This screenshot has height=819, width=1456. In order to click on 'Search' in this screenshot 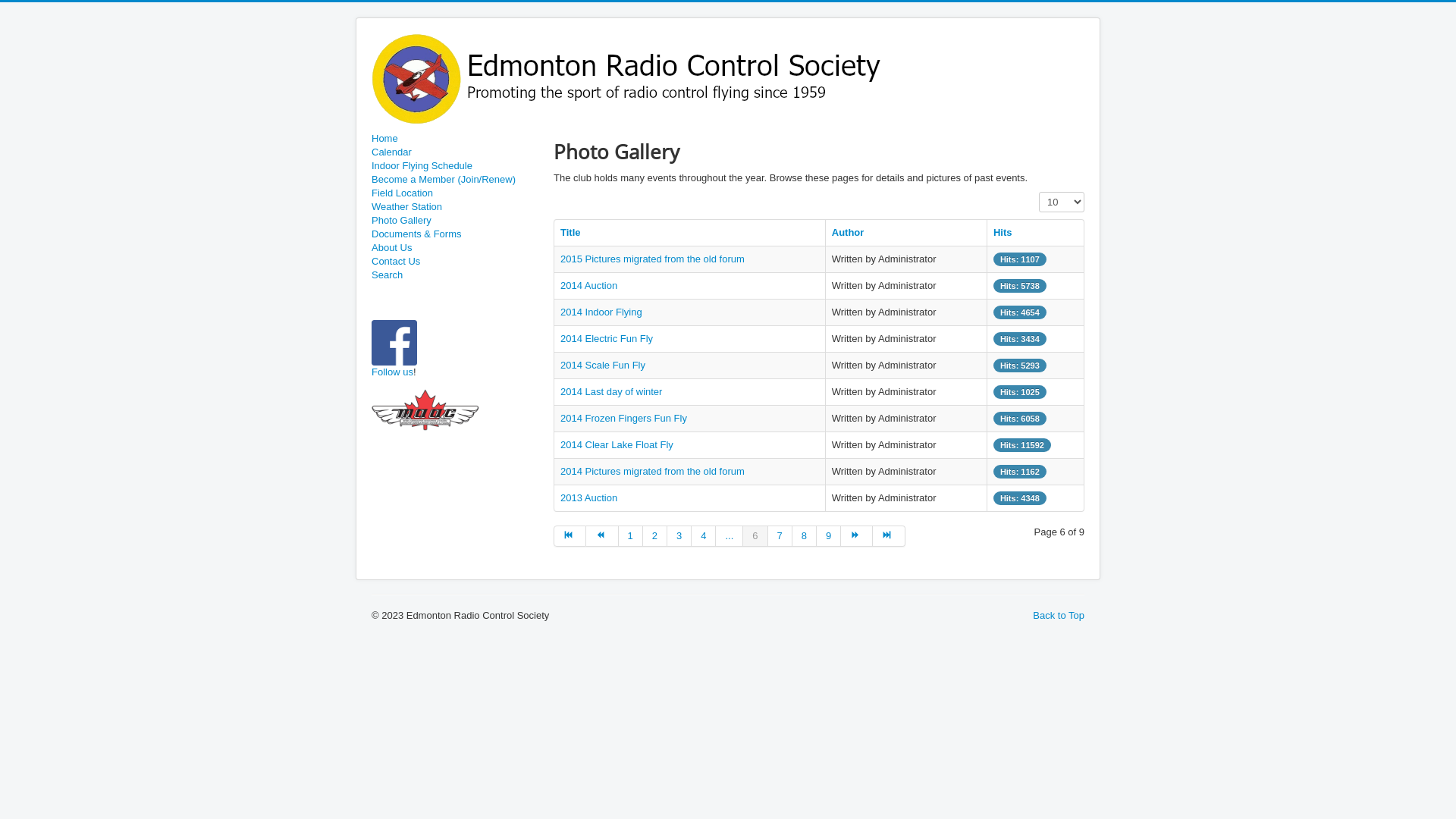, I will do `click(454, 275)`.